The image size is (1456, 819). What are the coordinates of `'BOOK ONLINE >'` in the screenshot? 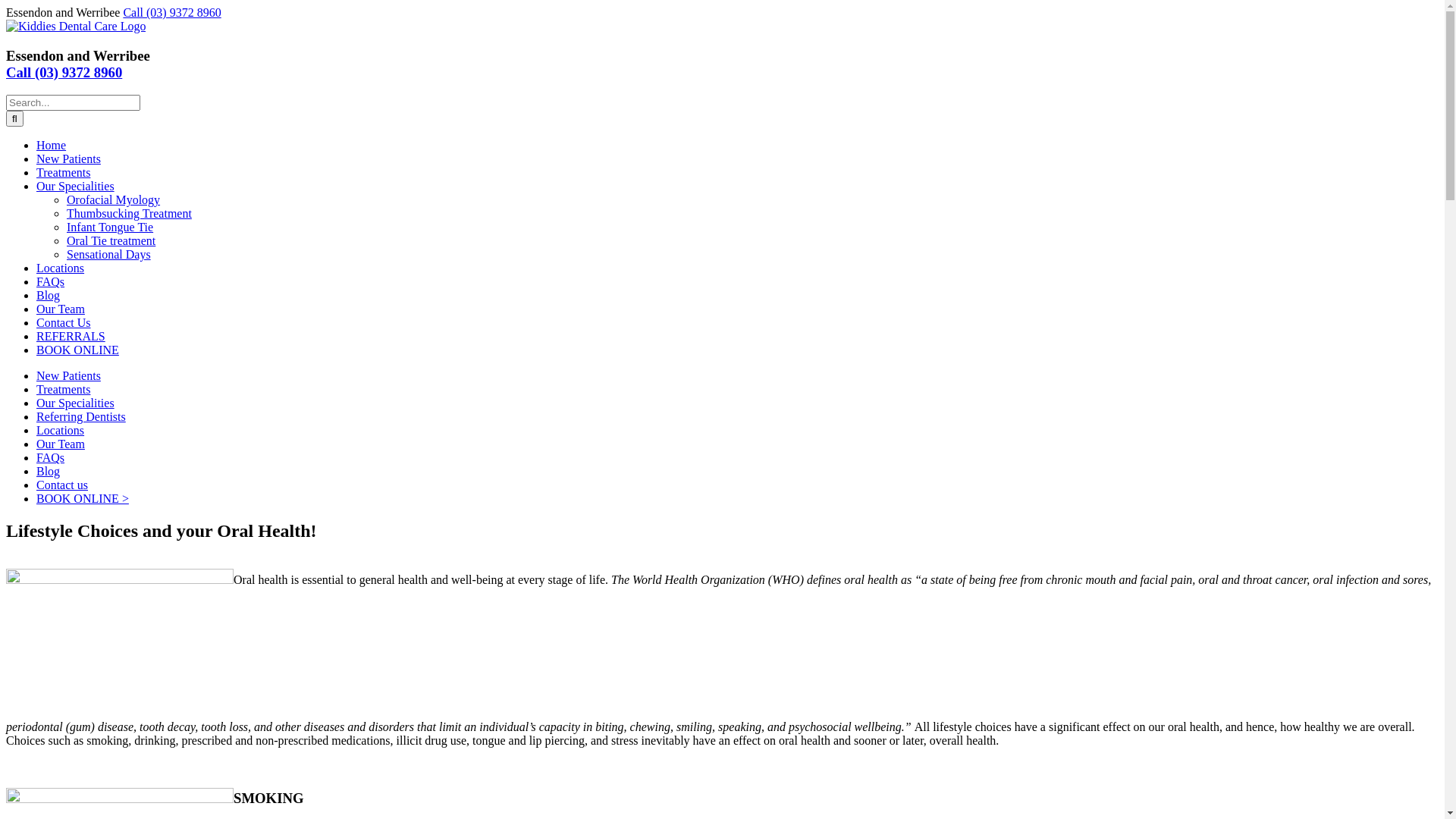 It's located at (36, 498).